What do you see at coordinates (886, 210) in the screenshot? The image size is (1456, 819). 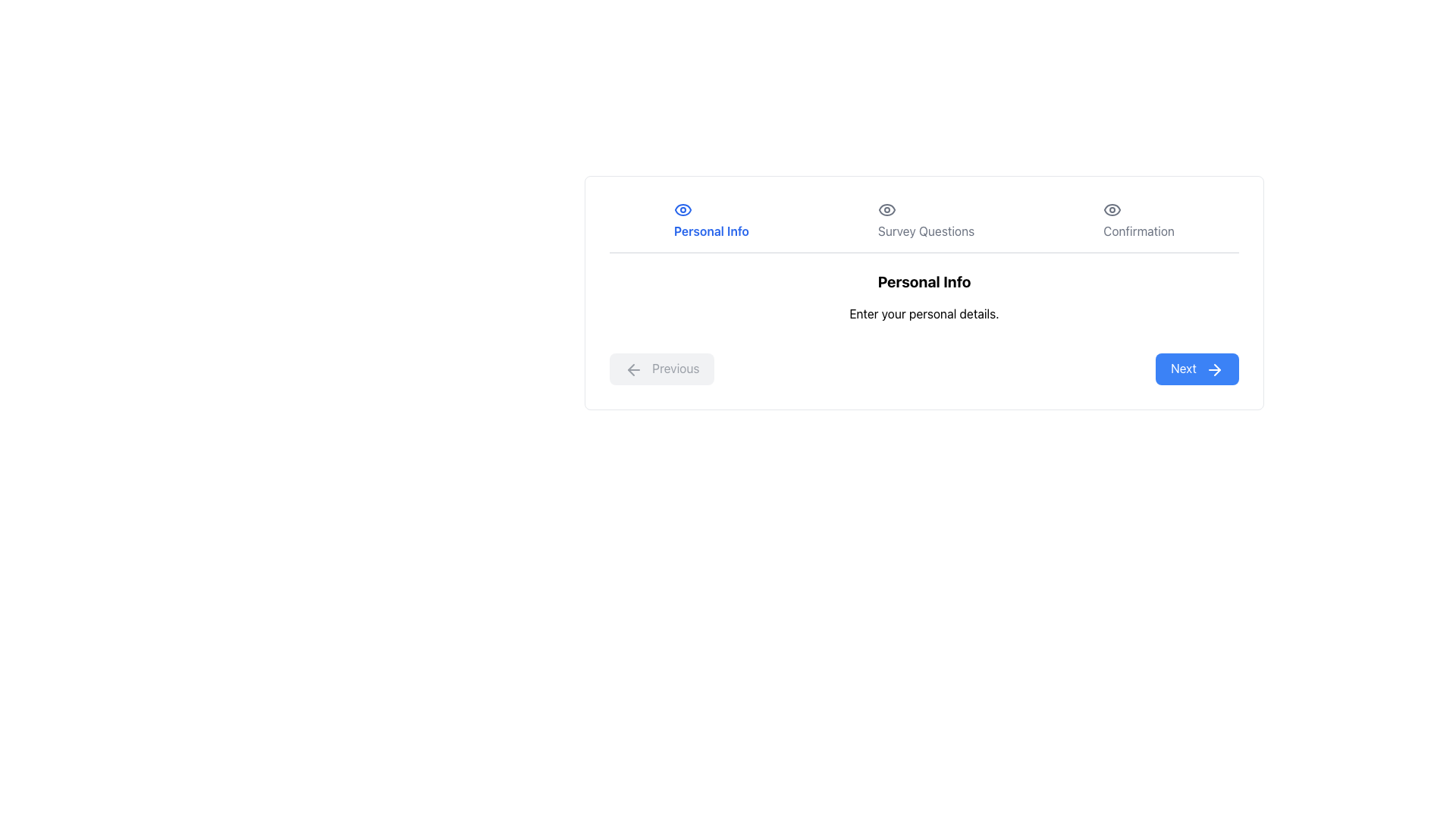 I see `the eye-like icon with a circular center and elliptical outline, positioned above the text 'Survey Questions'` at bounding box center [886, 210].